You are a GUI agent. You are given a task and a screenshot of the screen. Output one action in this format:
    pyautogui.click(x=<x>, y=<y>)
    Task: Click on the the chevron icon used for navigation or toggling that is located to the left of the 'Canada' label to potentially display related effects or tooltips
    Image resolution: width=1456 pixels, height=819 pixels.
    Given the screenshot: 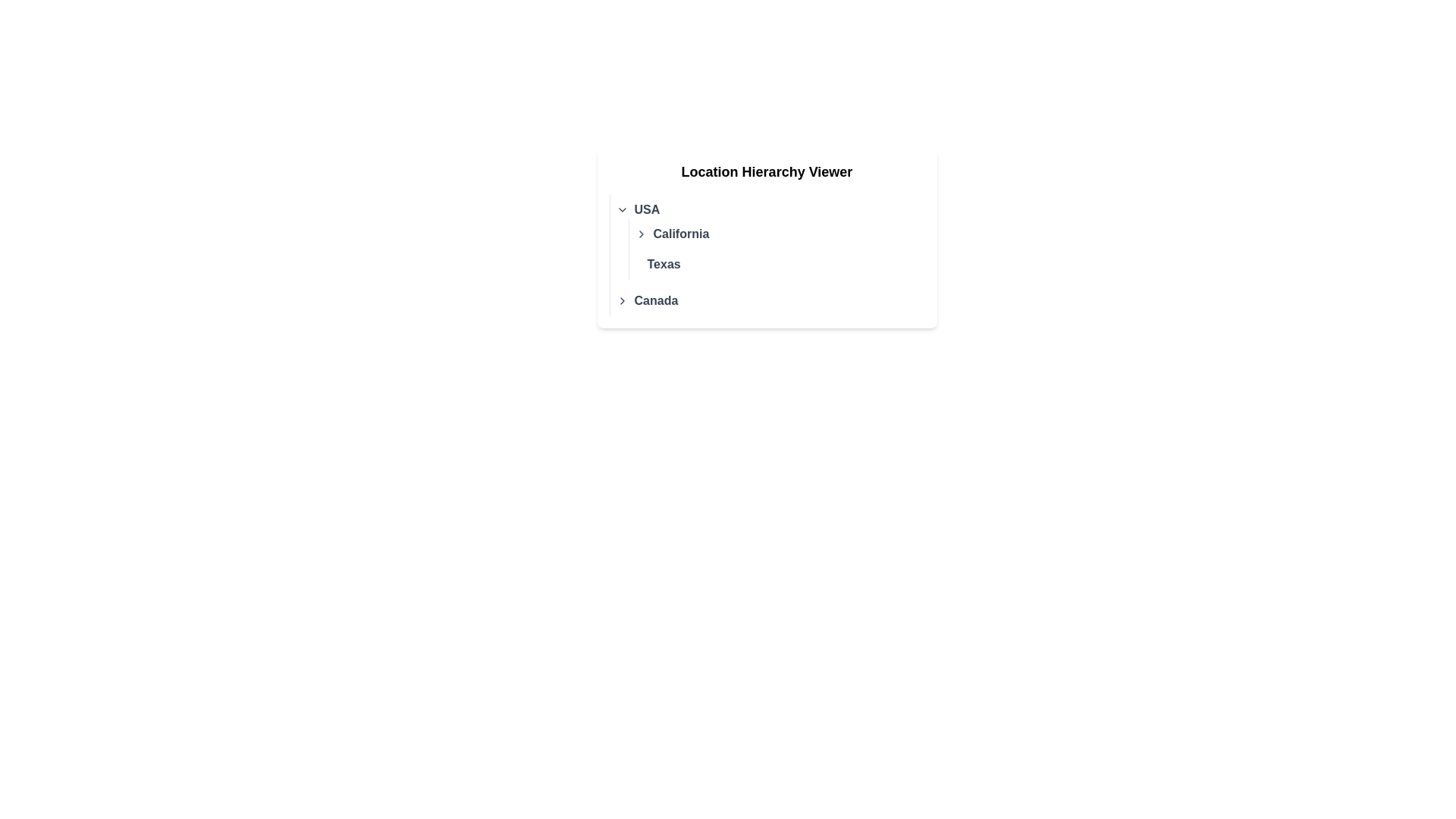 What is the action you would take?
    pyautogui.click(x=622, y=301)
    